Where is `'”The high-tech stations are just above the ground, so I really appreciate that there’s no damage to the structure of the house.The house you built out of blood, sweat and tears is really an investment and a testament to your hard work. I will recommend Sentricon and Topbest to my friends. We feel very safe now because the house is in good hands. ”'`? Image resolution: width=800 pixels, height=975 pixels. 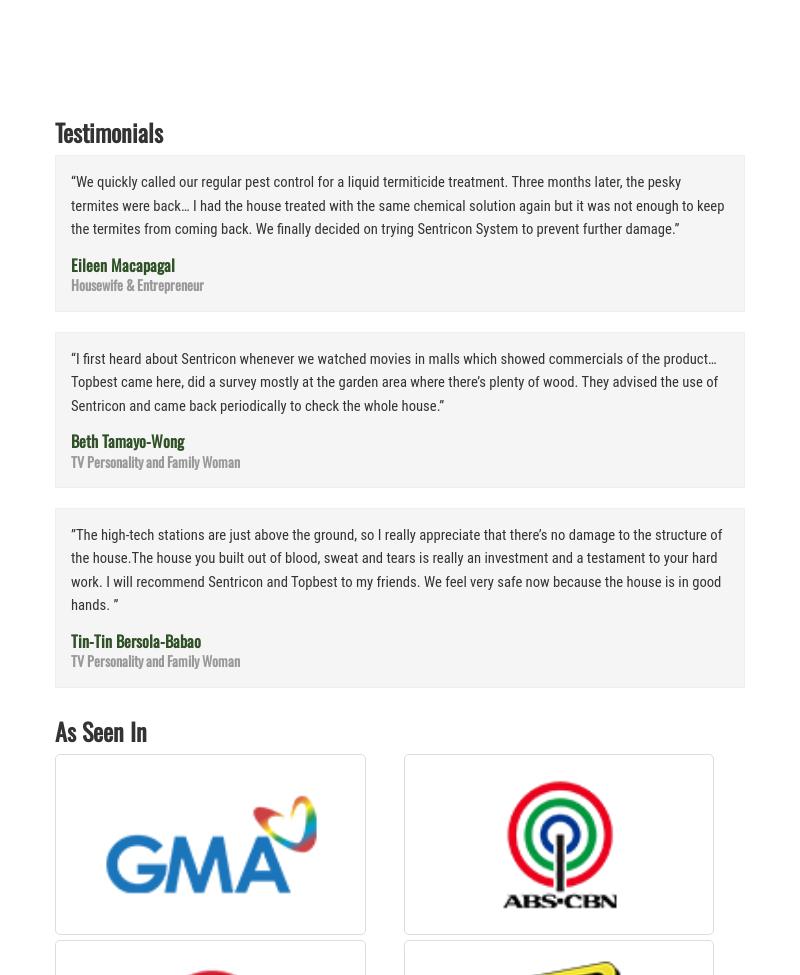 '”The high-tech stations are just above the ground, so I really appreciate that there’s no damage to the structure of the house.The house you built out of blood, sweat and tears is really an investment and a testament to your hard work. I will recommend Sentricon and Topbest to my friends. We feel very safe now because the house is in good hands. ”' is located at coordinates (395, 568).